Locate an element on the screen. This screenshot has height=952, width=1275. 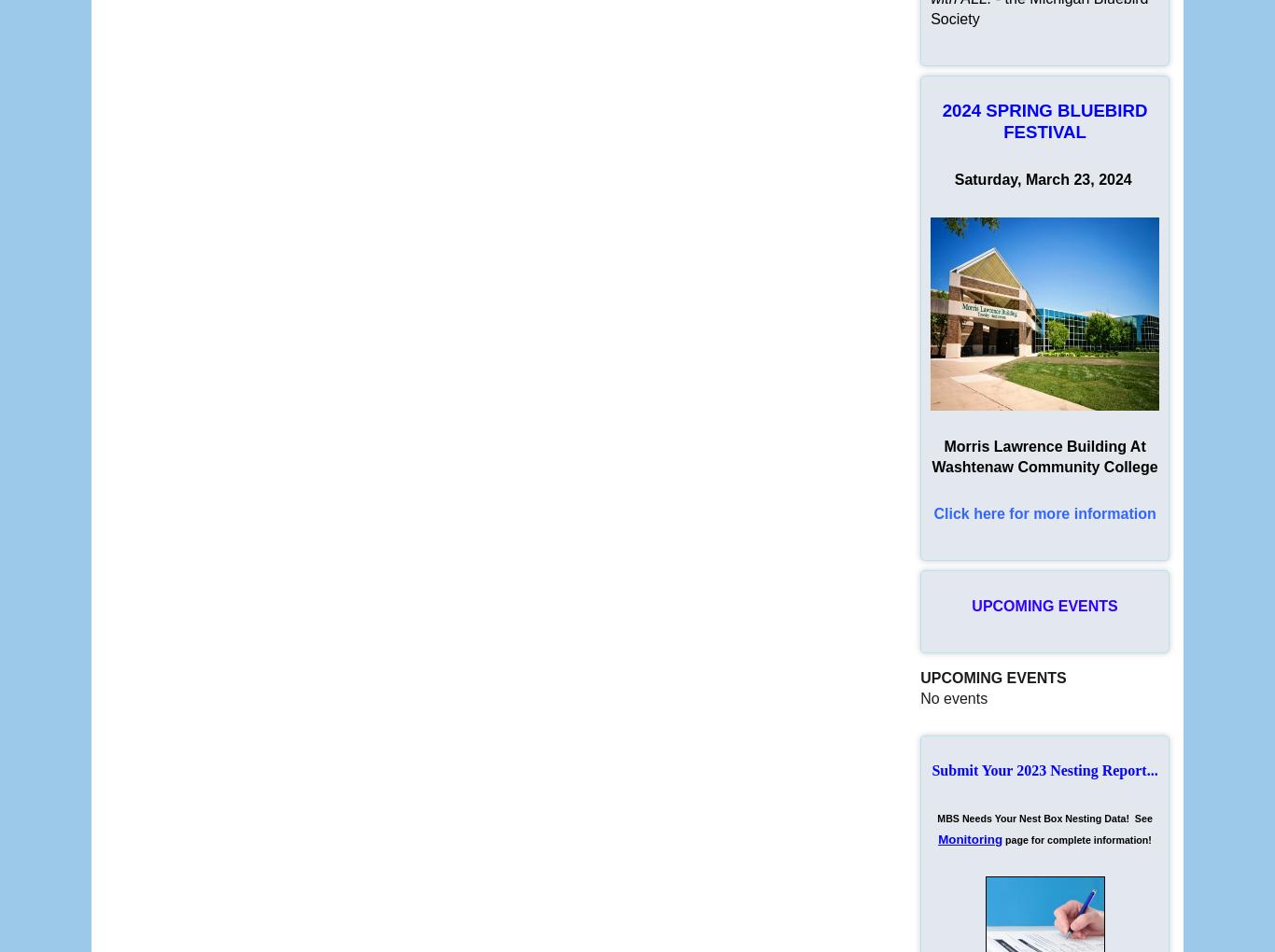
'Monitoring' is located at coordinates (969, 839).